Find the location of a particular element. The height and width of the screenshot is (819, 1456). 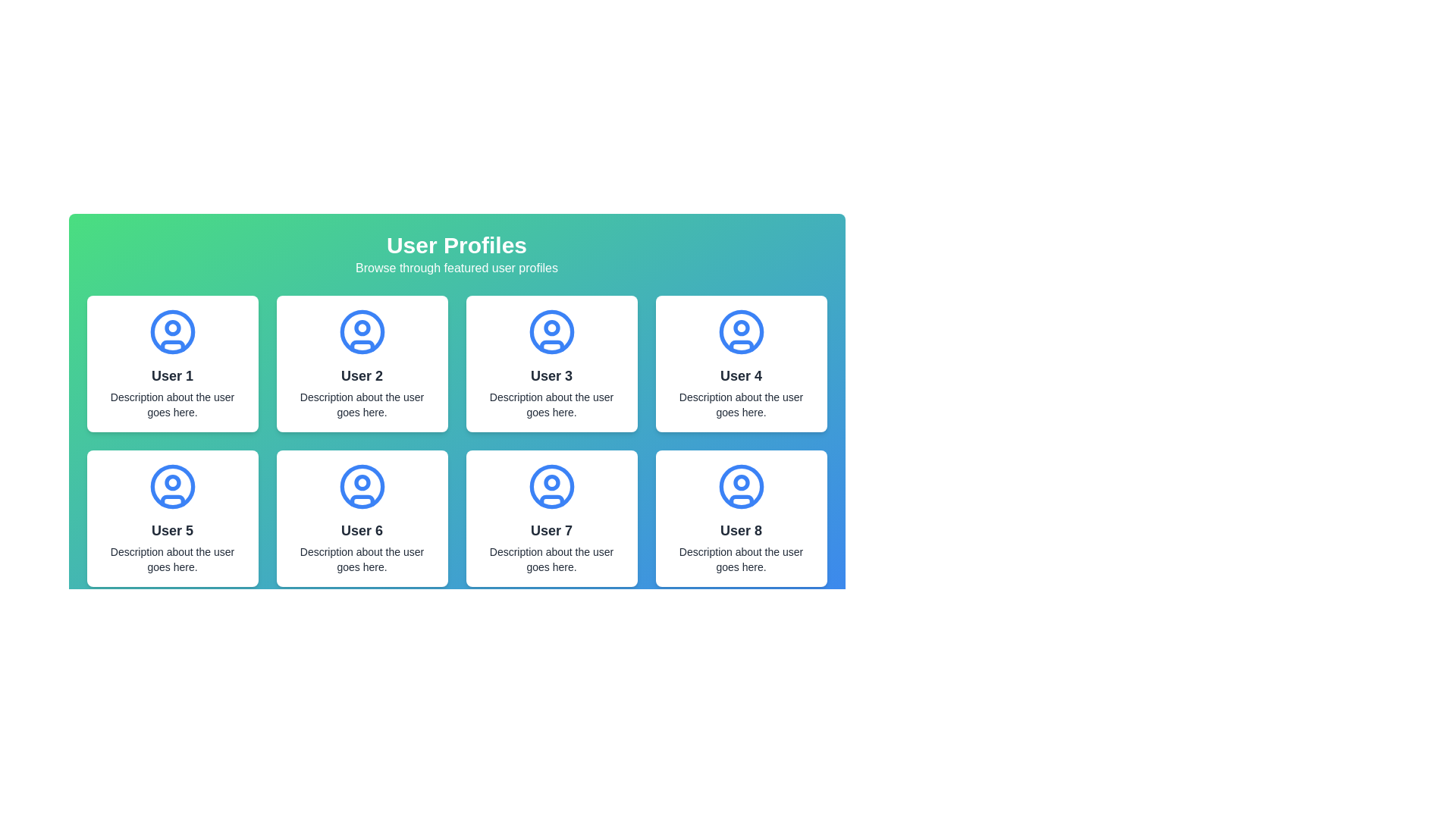

the user profile icon representing 'User 2' in the grid of user profiles, located at the second position in the top row is located at coordinates (361, 331).